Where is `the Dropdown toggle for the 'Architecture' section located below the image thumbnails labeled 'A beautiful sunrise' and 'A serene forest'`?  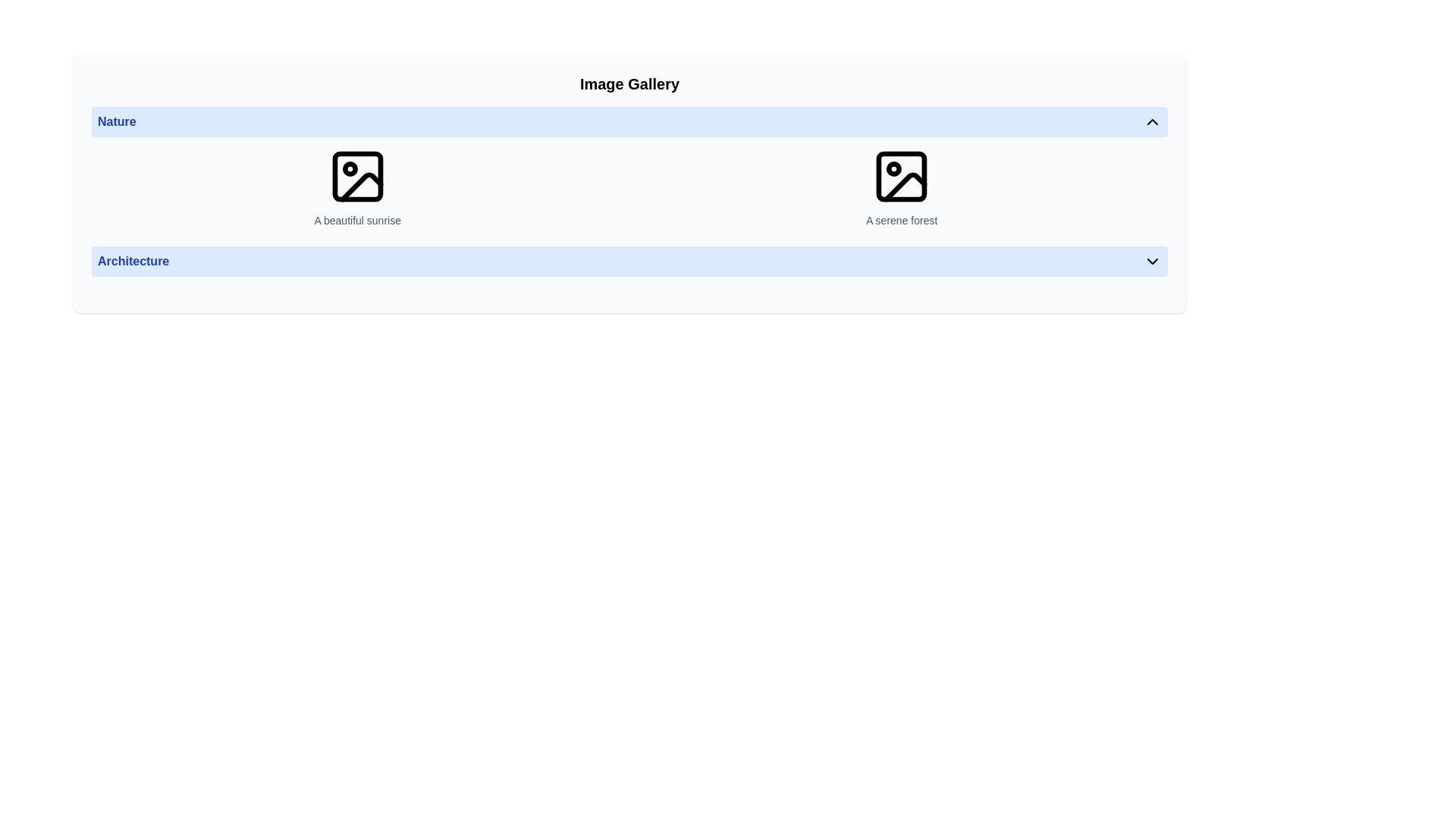 the Dropdown toggle for the 'Architecture' section located below the image thumbnails labeled 'A beautiful sunrise' and 'A serene forest' is located at coordinates (629, 260).